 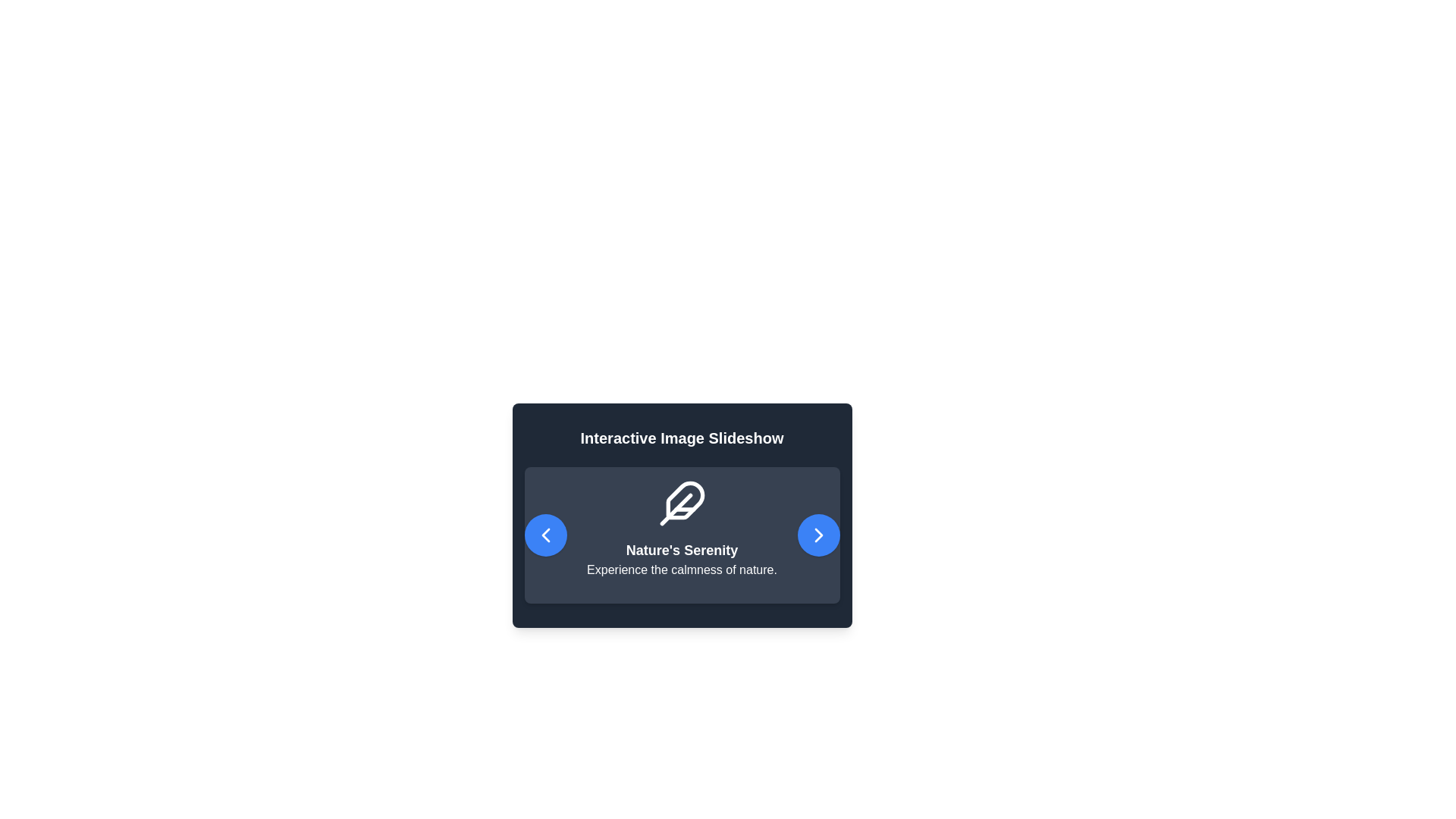 I want to click on the circular button with a blue background and a right-pointing chevron icon for keyboard navigation, so click(x=817, y=534).